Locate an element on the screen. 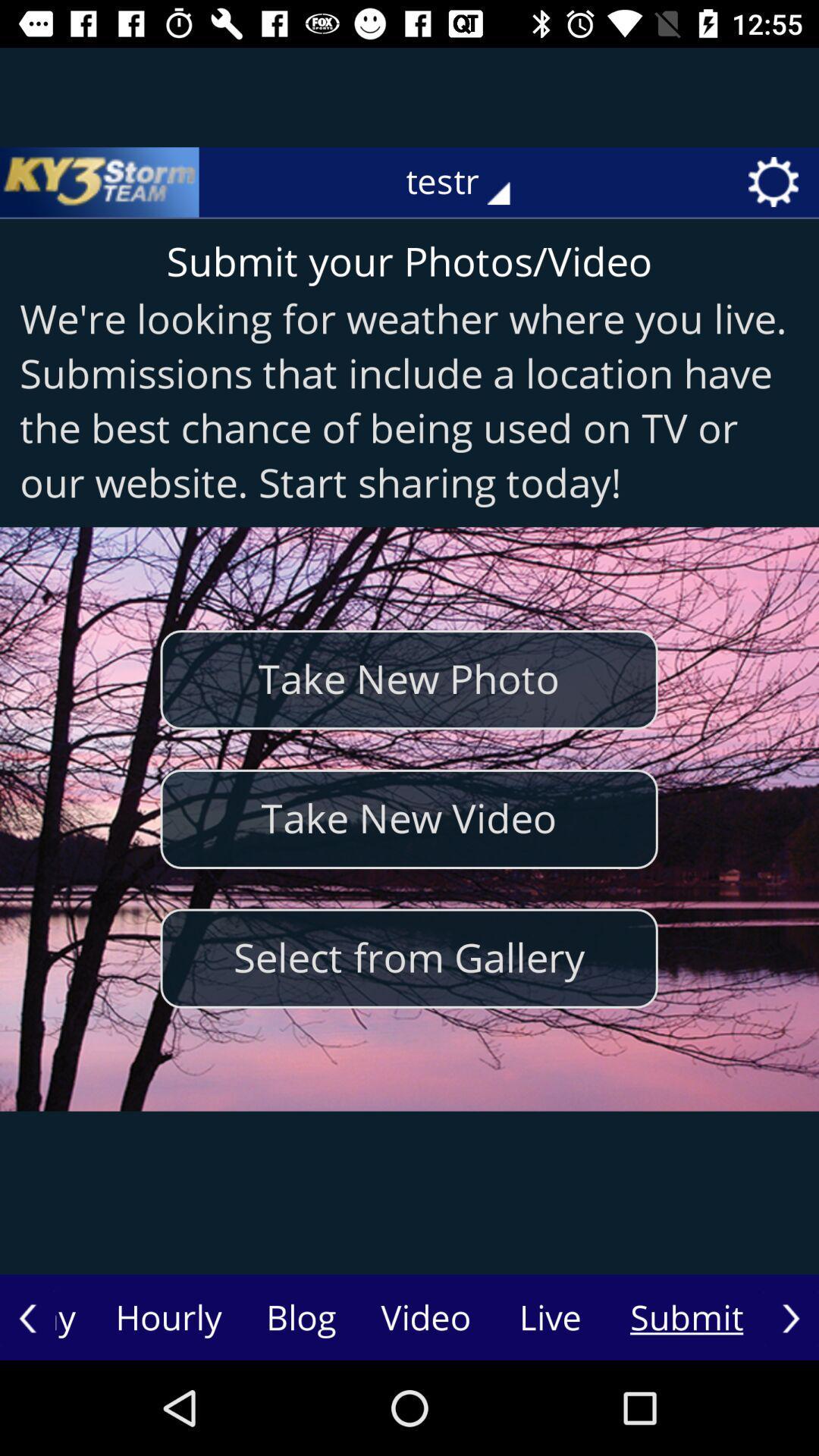 The height and width of the screenshot is (1456, 819). the arrow_backward icon is located at coordinates (27, 1317).